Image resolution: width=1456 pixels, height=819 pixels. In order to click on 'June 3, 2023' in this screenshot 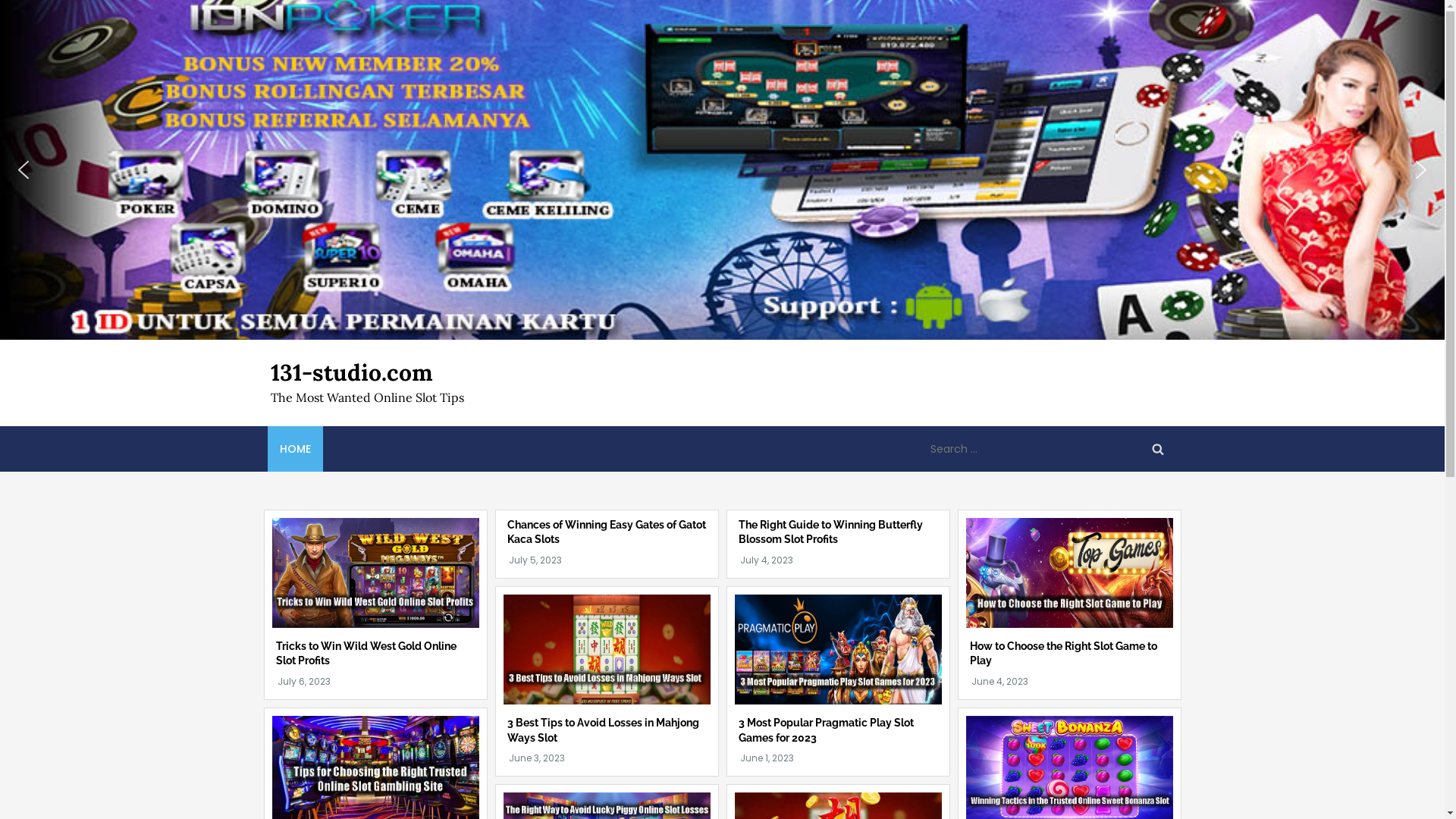, I will do `click(535, 758)`.